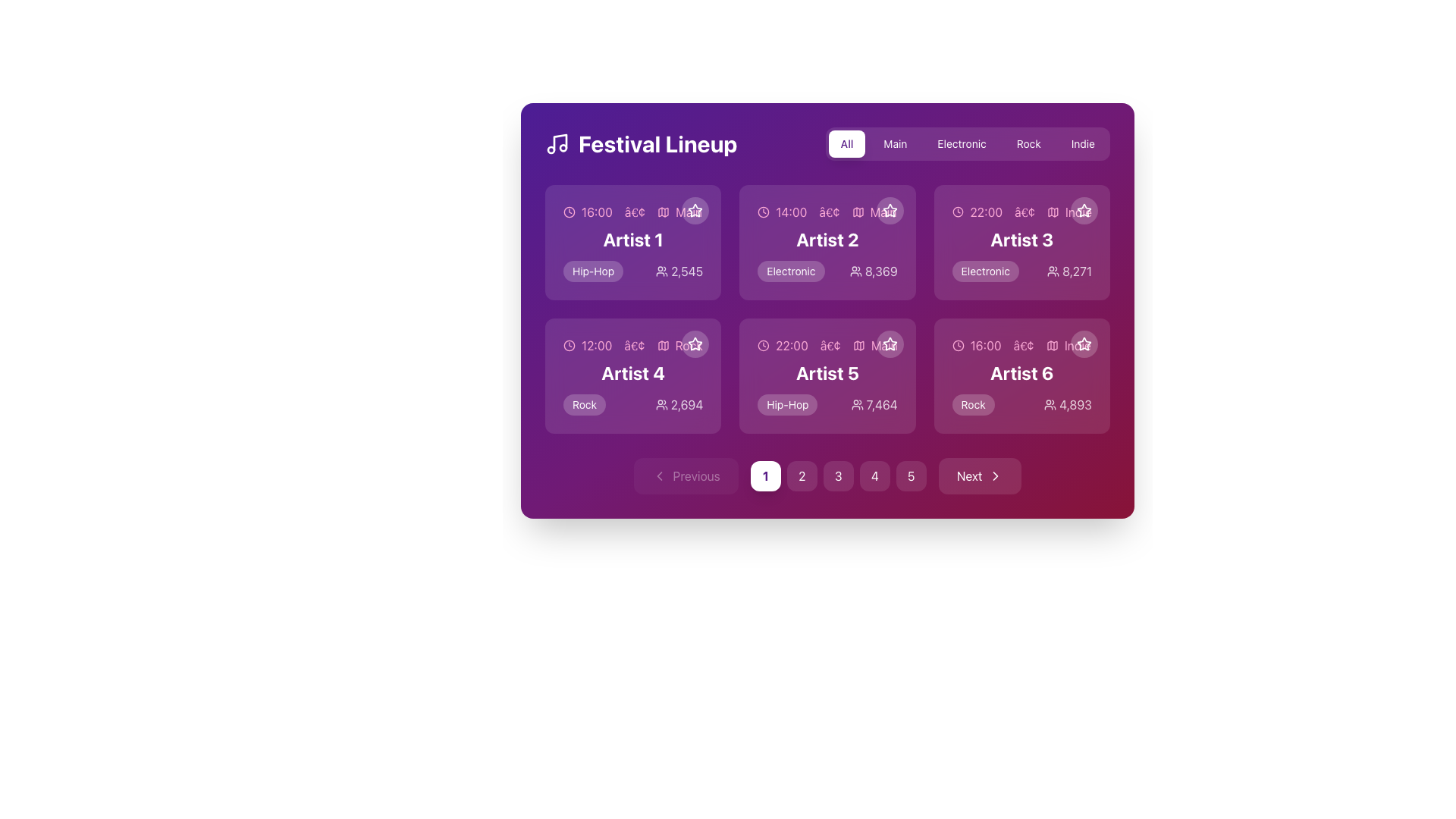 The height and width of the screenshot is (819, 1456). What do you see at coordinates (592, 271) in the screenshot?
I see `the genre context of the label 'Hip-Hop', which is a small pill-shaped label with a semi-transparent white background located under 'Artist 1' and above the statistic '2,545' in the top-left card of the grid layout` at bounding box center [592, 271].